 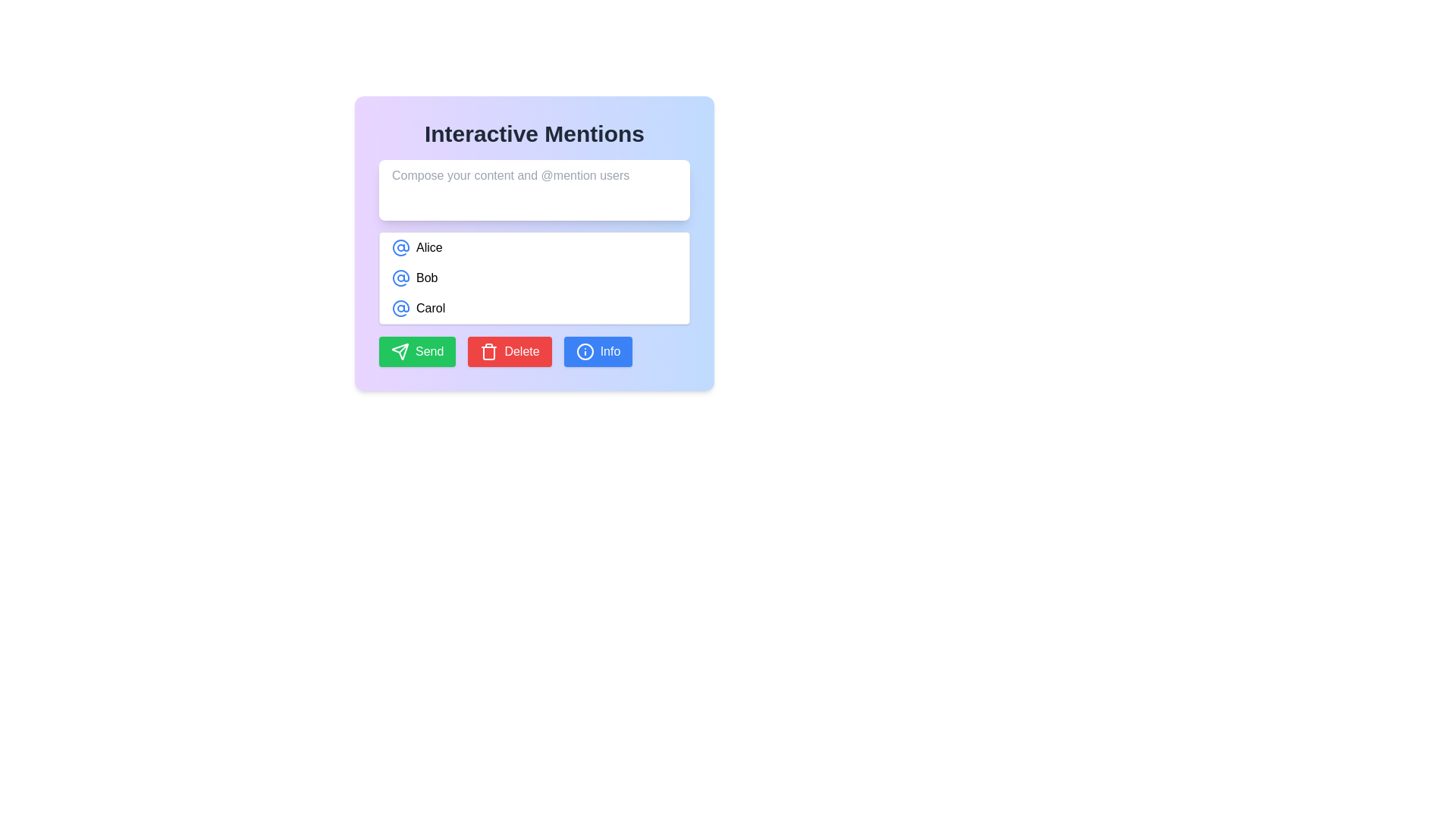 I want to click on the triangular icon resembling a paper plane with a green background and white skeletal outline, located on the left side of the 'Send' button at the bottom of a card with a purple and white theme, so click(x=400, y=351).